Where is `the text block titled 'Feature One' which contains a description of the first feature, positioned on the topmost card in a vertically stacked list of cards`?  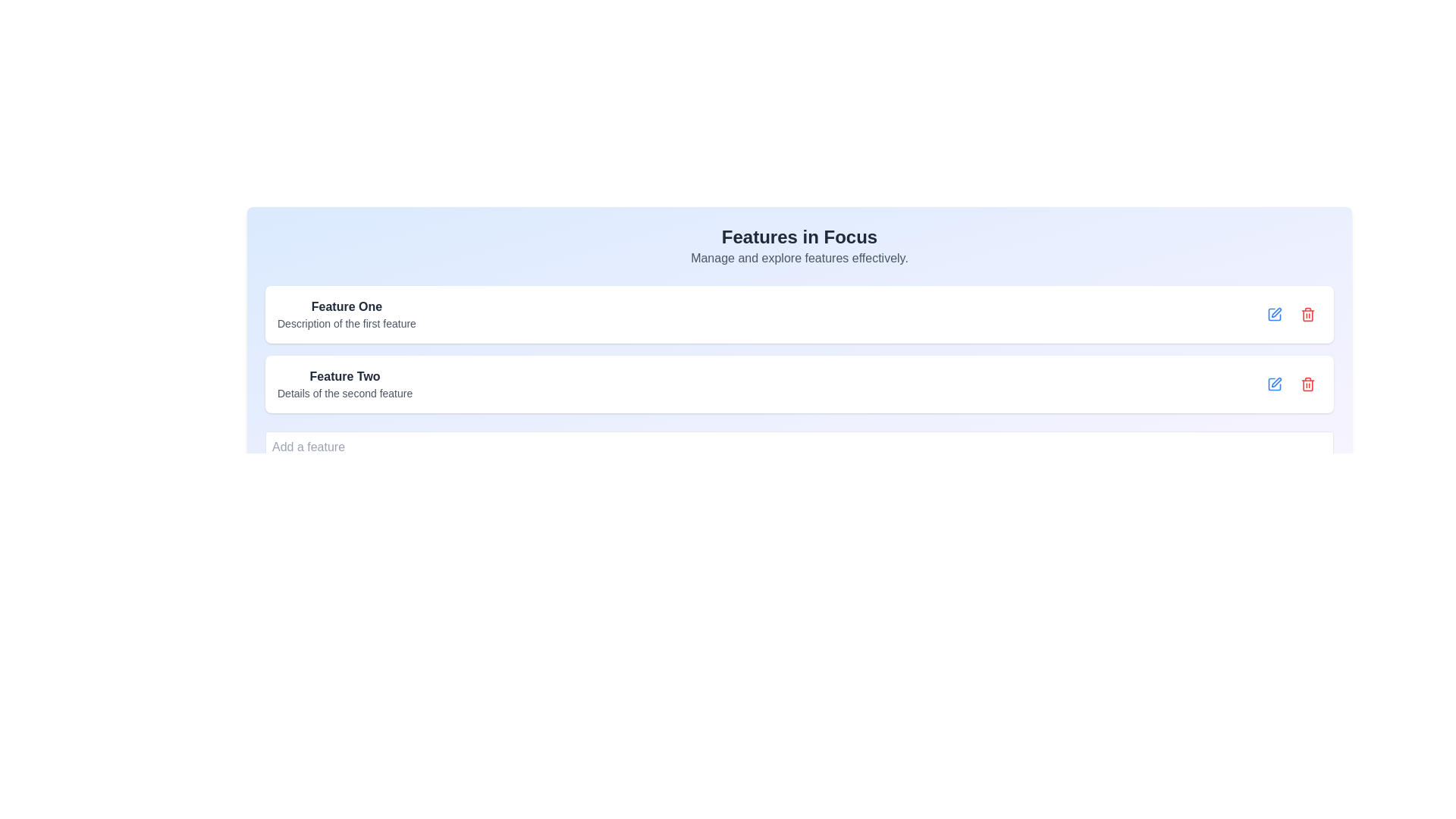
the text block titled 'Feature One' which contains a description of the first feature, positioned on the topmost card in a vertically stacked list of cards is located at coordinates (346, 314).